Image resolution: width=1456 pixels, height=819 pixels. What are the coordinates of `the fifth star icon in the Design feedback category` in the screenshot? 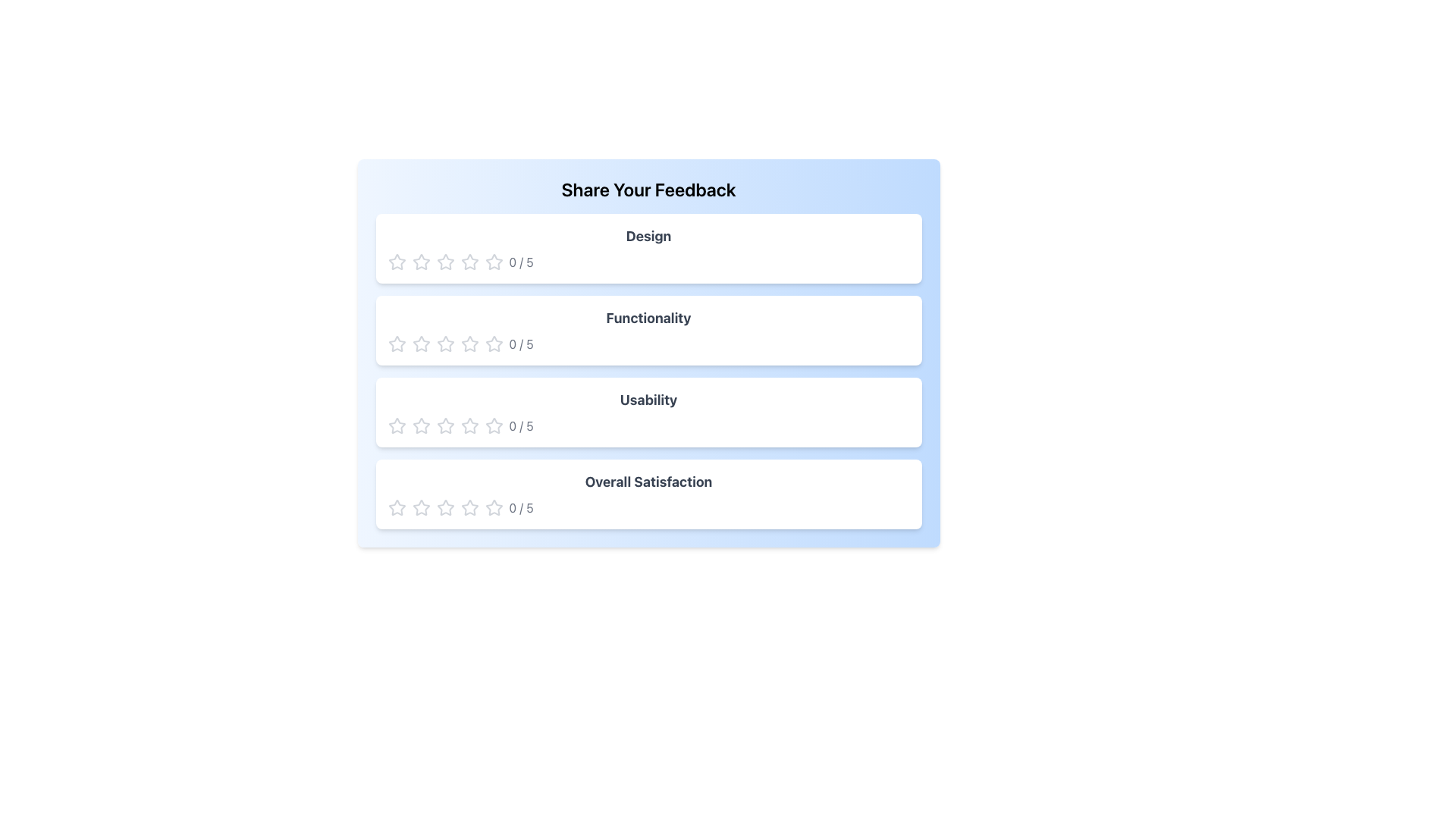 It's located at (494, 262).